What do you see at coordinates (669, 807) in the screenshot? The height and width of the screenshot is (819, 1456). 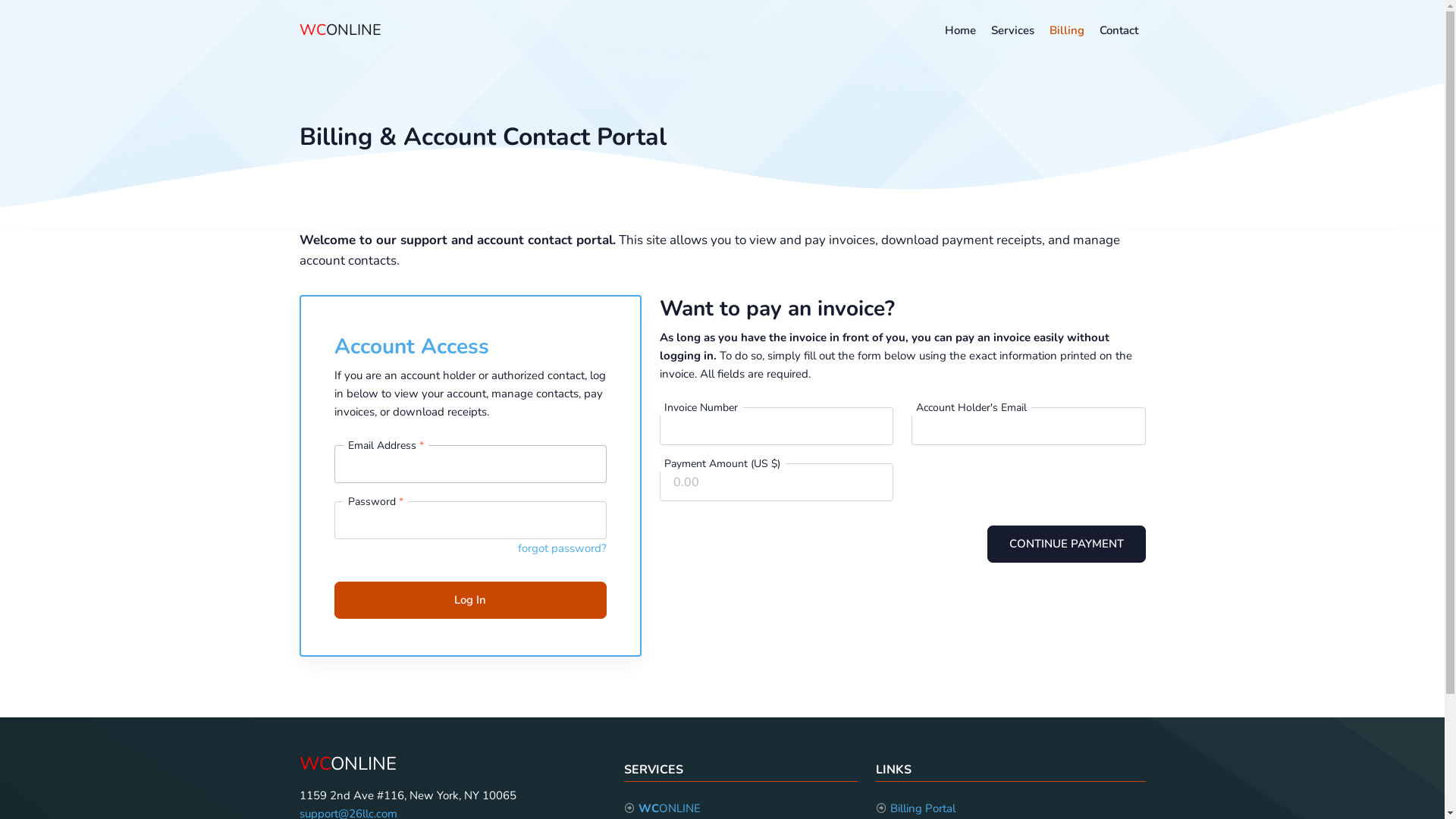 I see `'WCONLINE'` at bounding box center [669, 807].